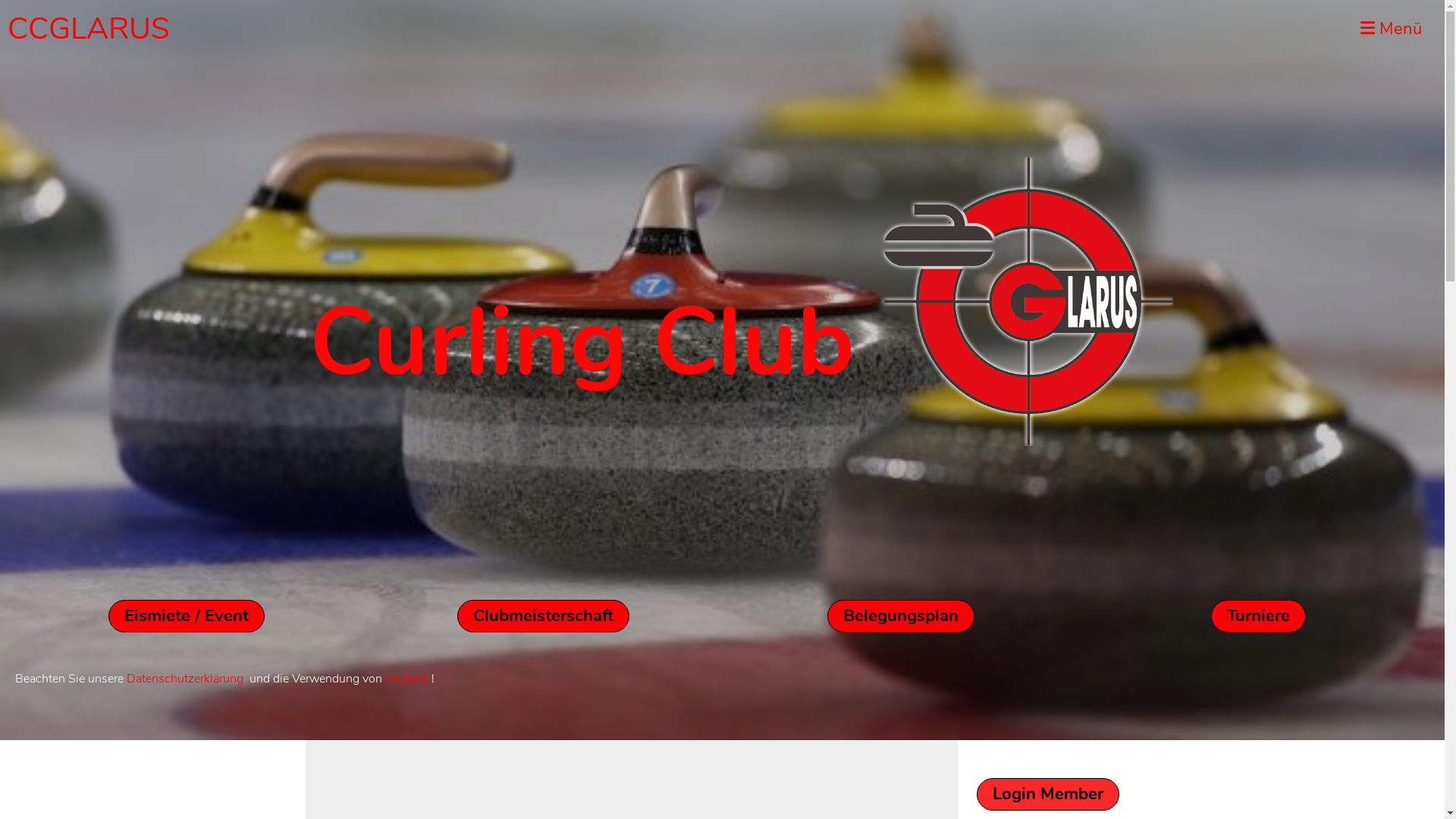 The width and height of the screenshot is (1456, 819). What do you see at coordinates (1258, 616) in the screenshot?
I see `'Turniere'` at bounding box center [1258, 616].